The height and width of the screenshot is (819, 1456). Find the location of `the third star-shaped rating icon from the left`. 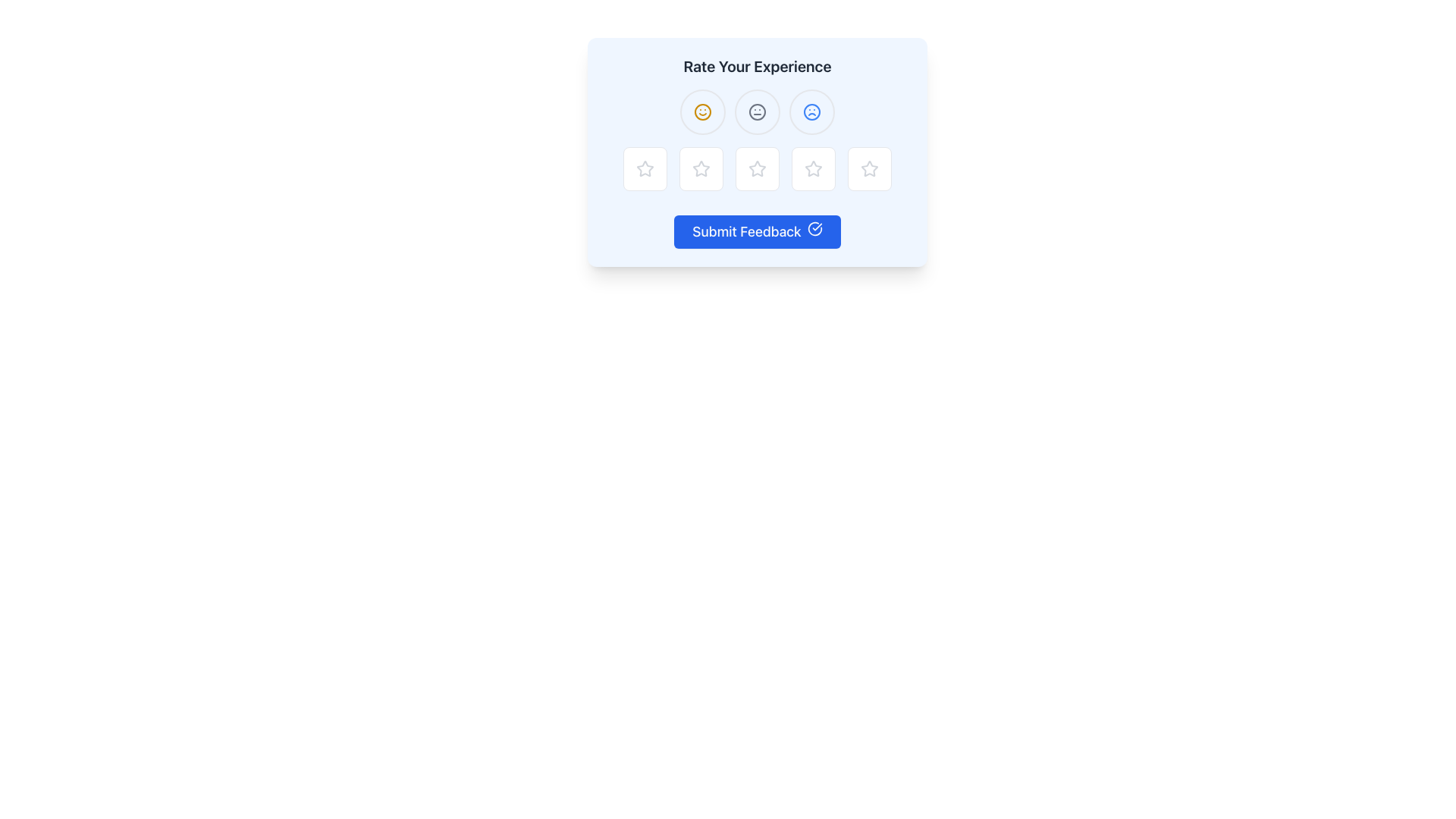

the third star-shaped rating icon from the left is located at coordinates (813, 168).